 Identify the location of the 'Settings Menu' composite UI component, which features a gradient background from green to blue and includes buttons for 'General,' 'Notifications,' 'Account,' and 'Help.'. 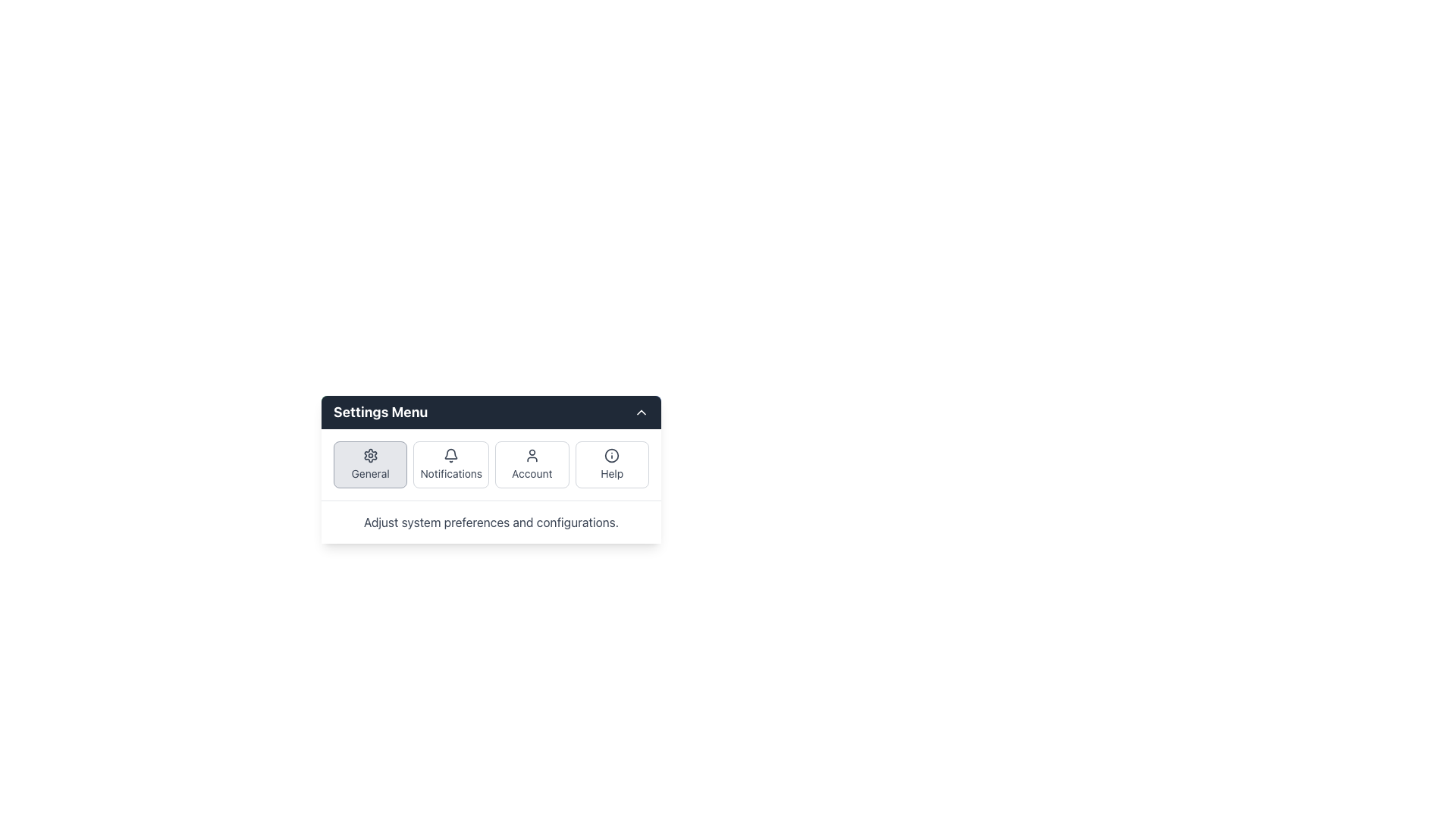
(491, 468).